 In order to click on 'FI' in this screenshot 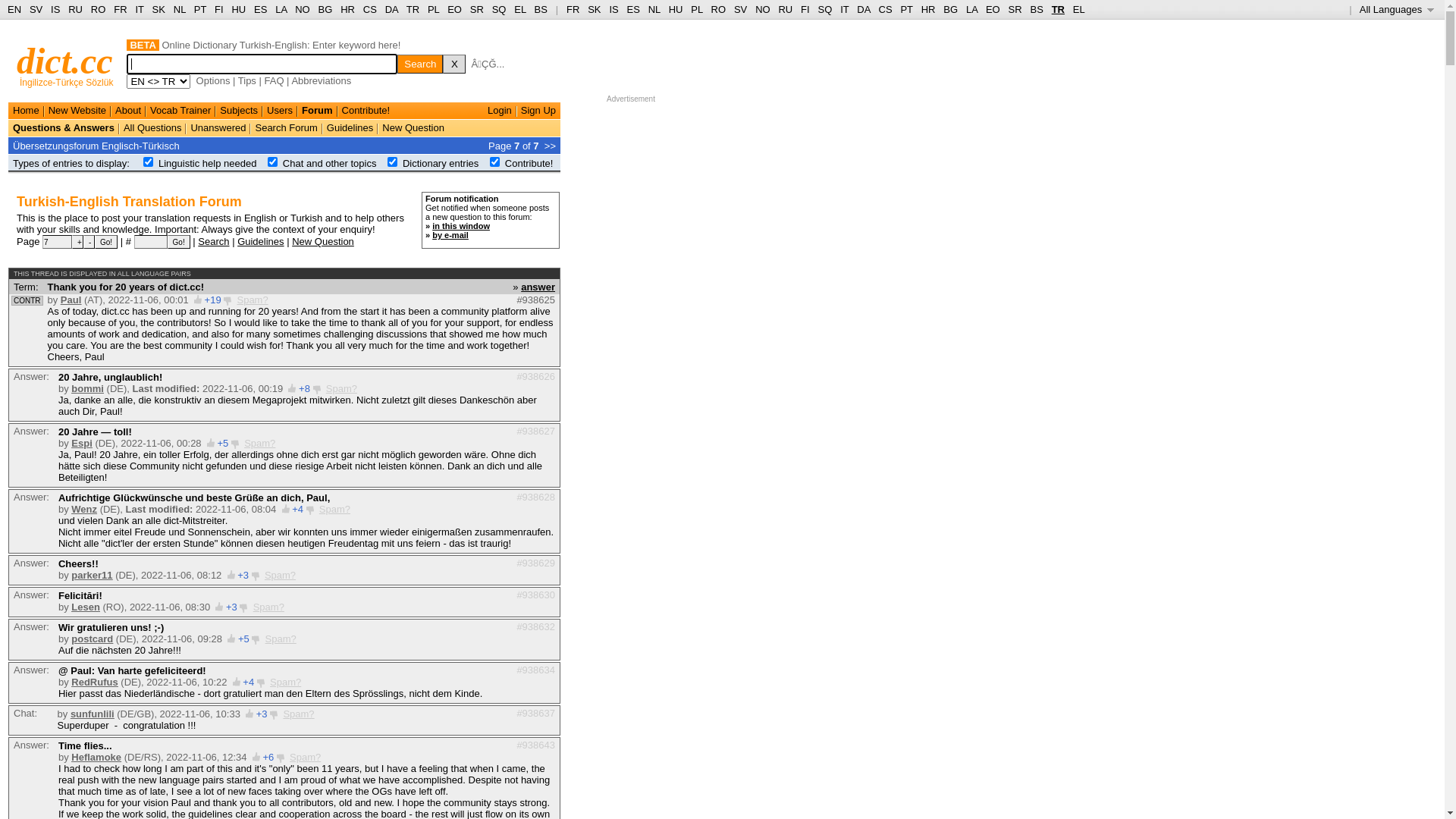, I will do `click(214, 9)`.